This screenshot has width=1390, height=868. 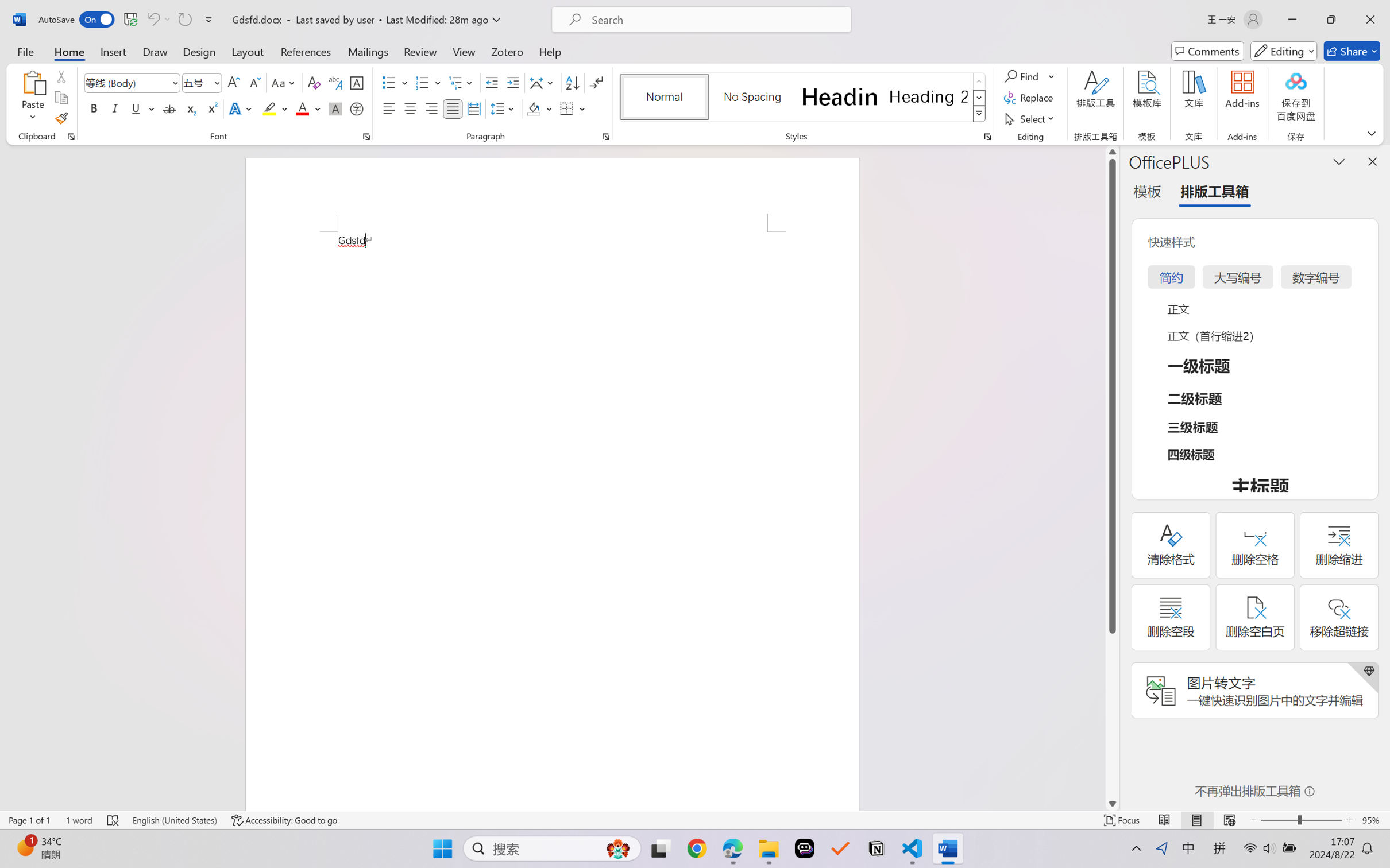 I want to click on 'Task Pane Options', so click(x=1339, y=161).